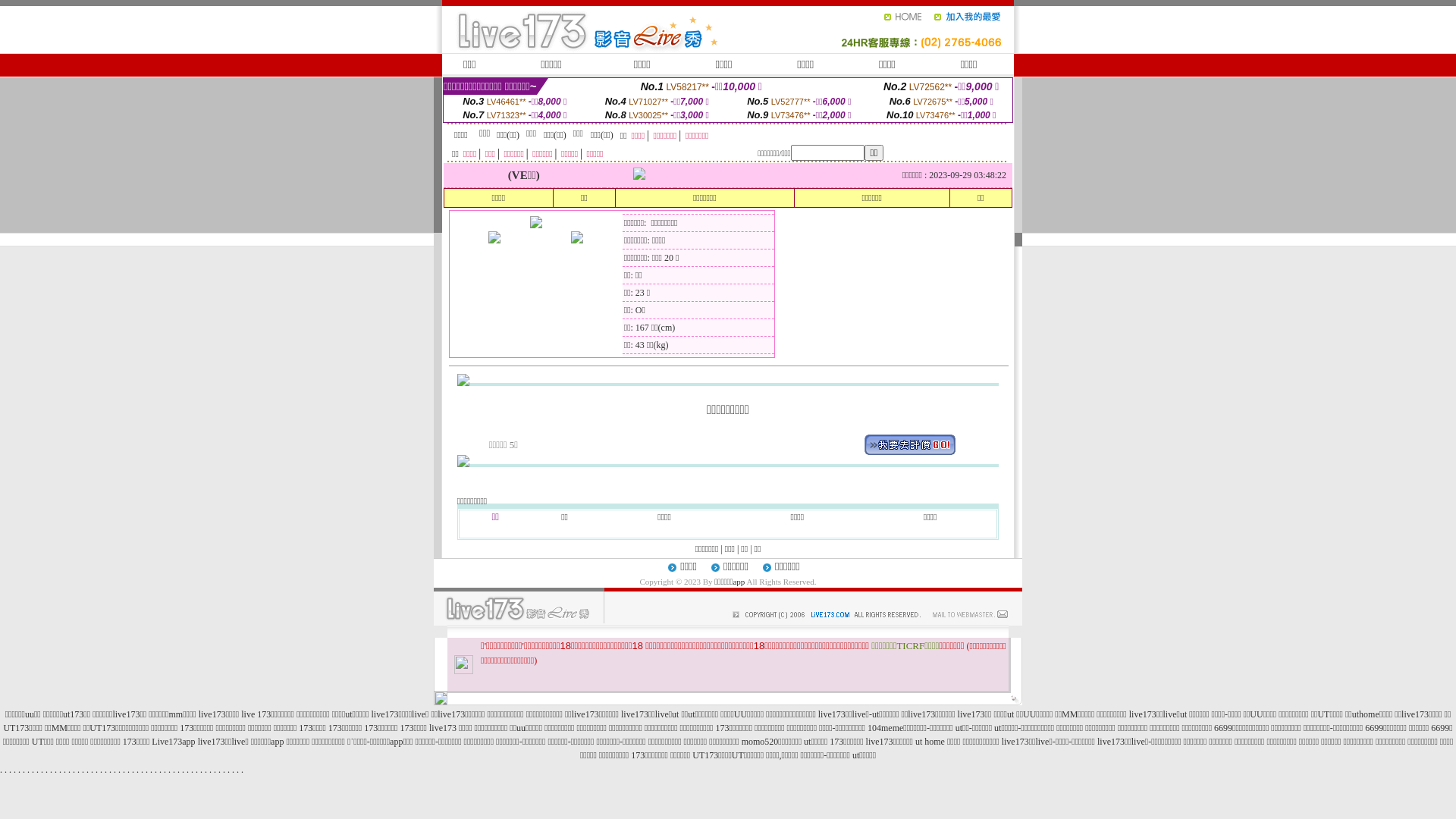 The image size is (1456, 819). What do you see at coordinates (51, 769) in the screenshot?
I see `'.'` at bounding box center [51, 769].